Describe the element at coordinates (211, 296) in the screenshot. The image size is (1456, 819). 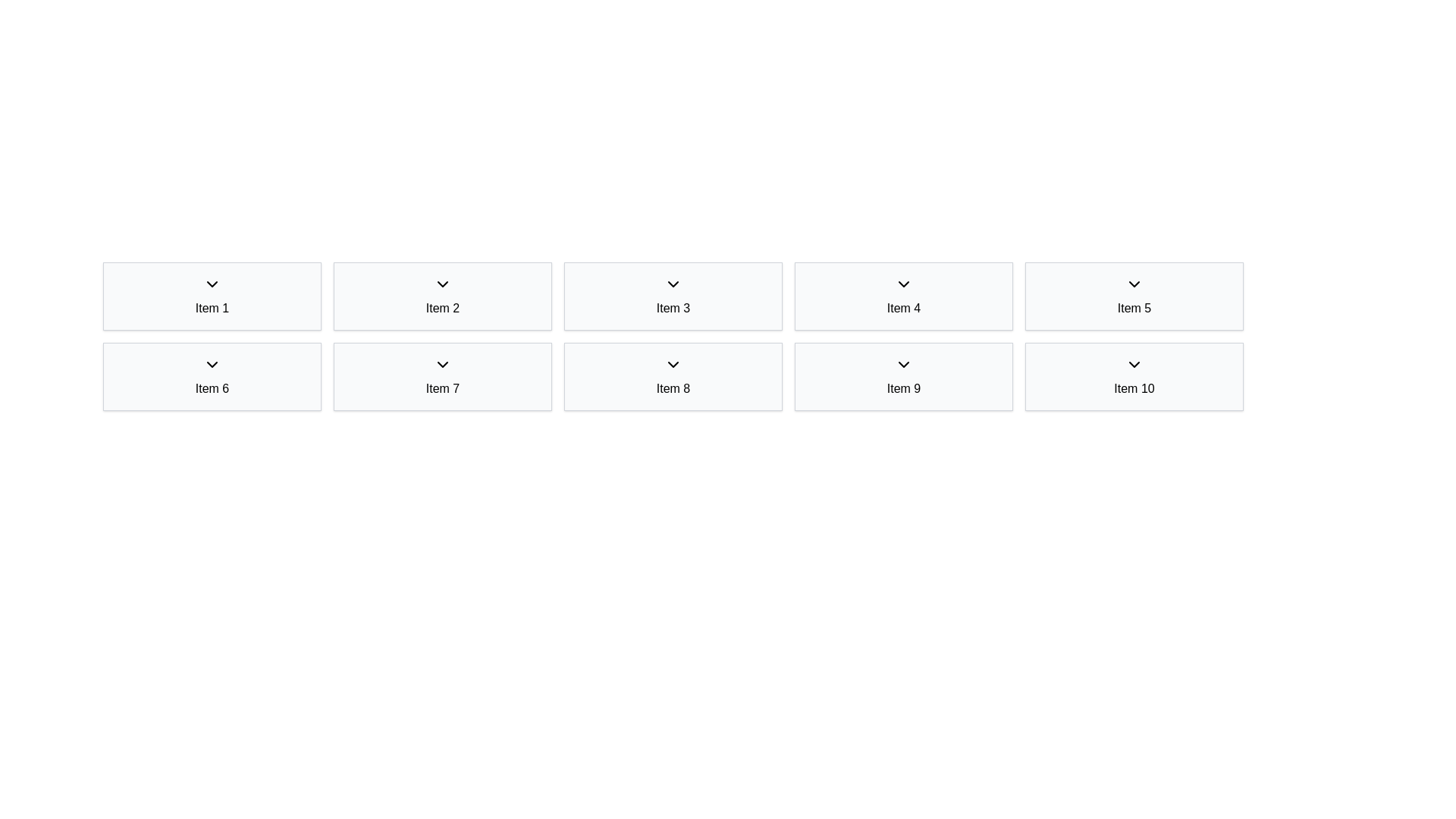
I see `the first item` at that location.